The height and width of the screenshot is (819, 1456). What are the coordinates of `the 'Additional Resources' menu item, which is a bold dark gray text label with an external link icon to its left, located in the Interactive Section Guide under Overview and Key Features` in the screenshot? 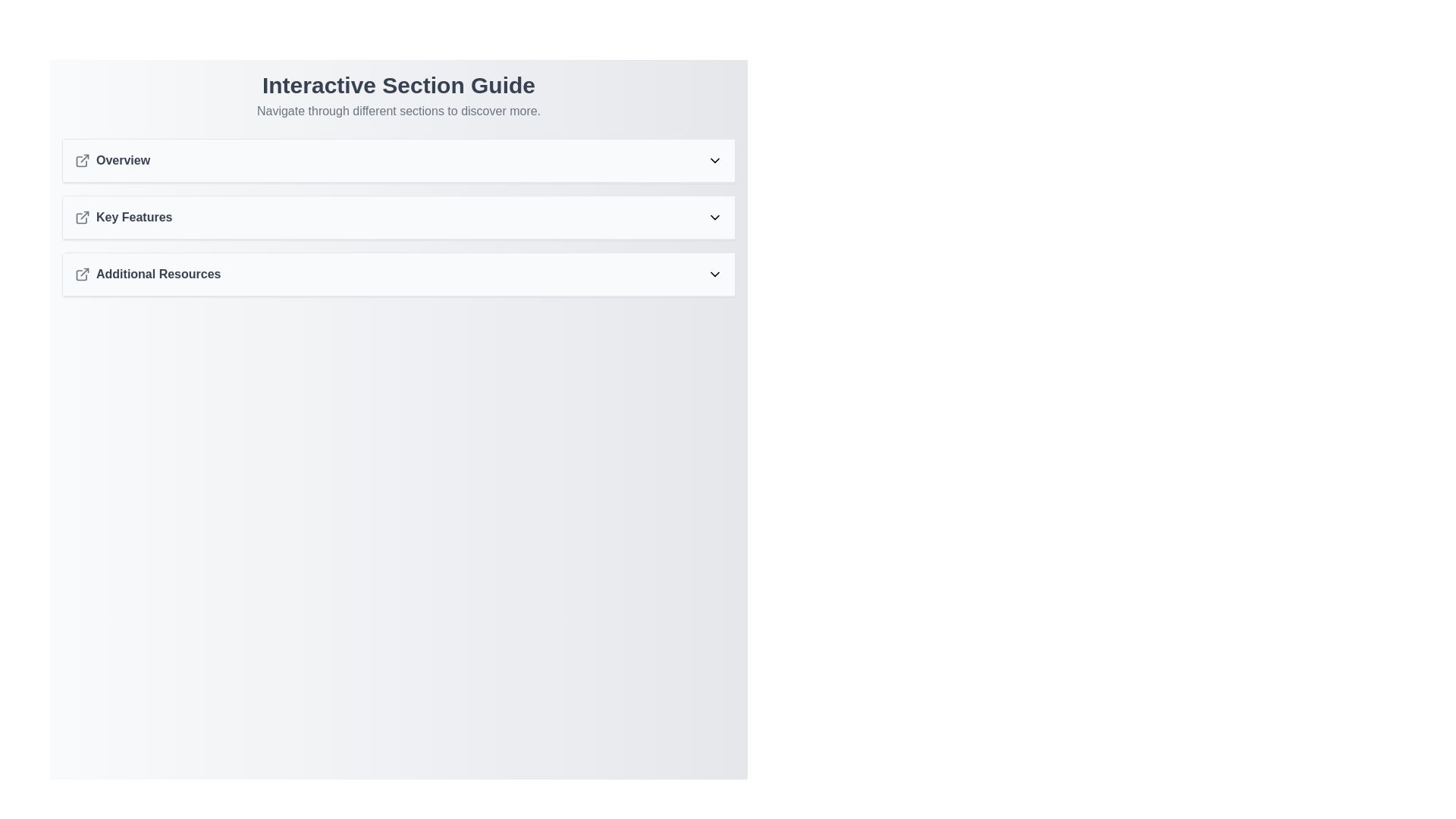 It's located at (148, 275).